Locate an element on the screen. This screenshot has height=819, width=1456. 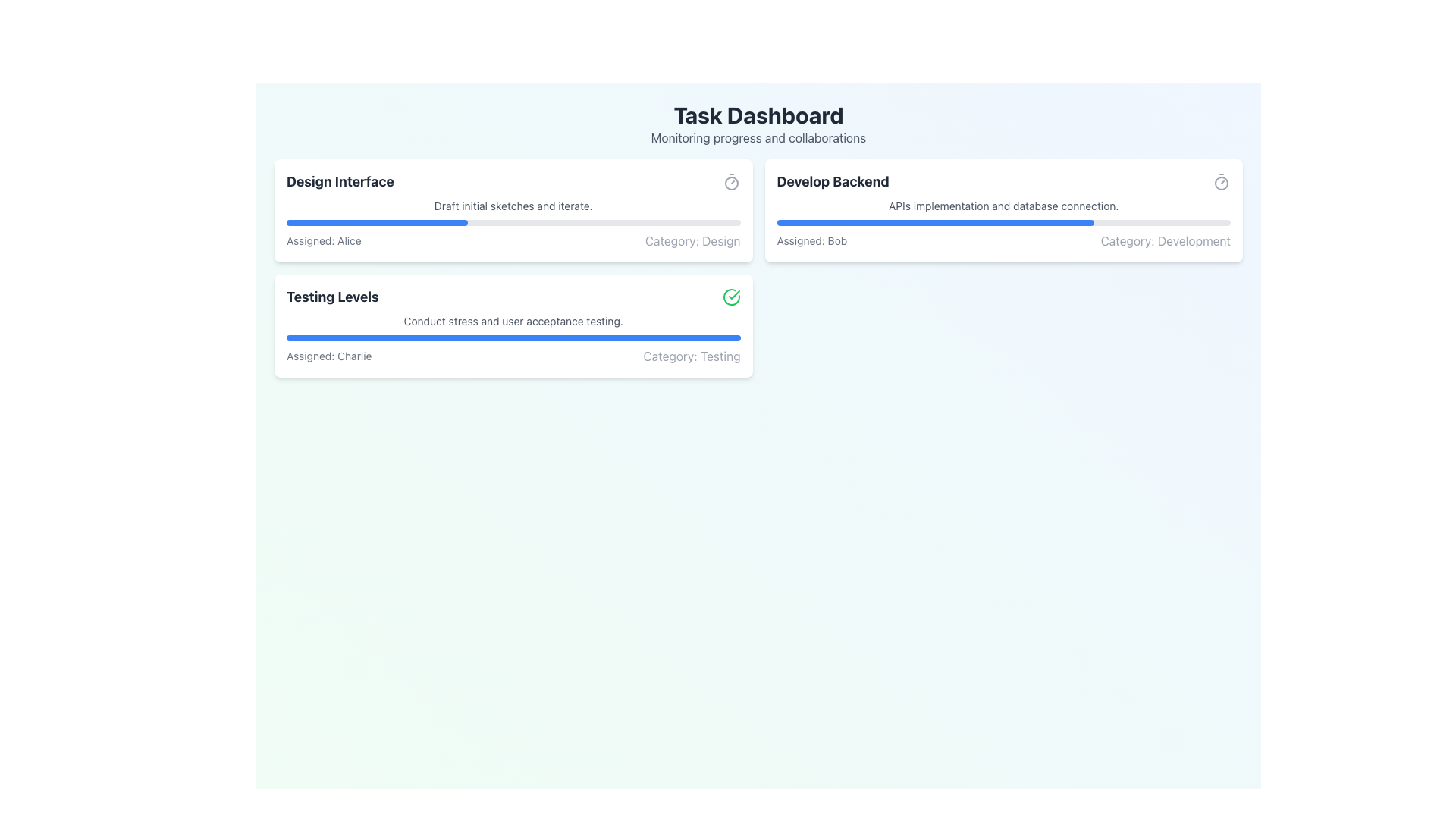
the progress bar value is located at coordinates (1015, 222).